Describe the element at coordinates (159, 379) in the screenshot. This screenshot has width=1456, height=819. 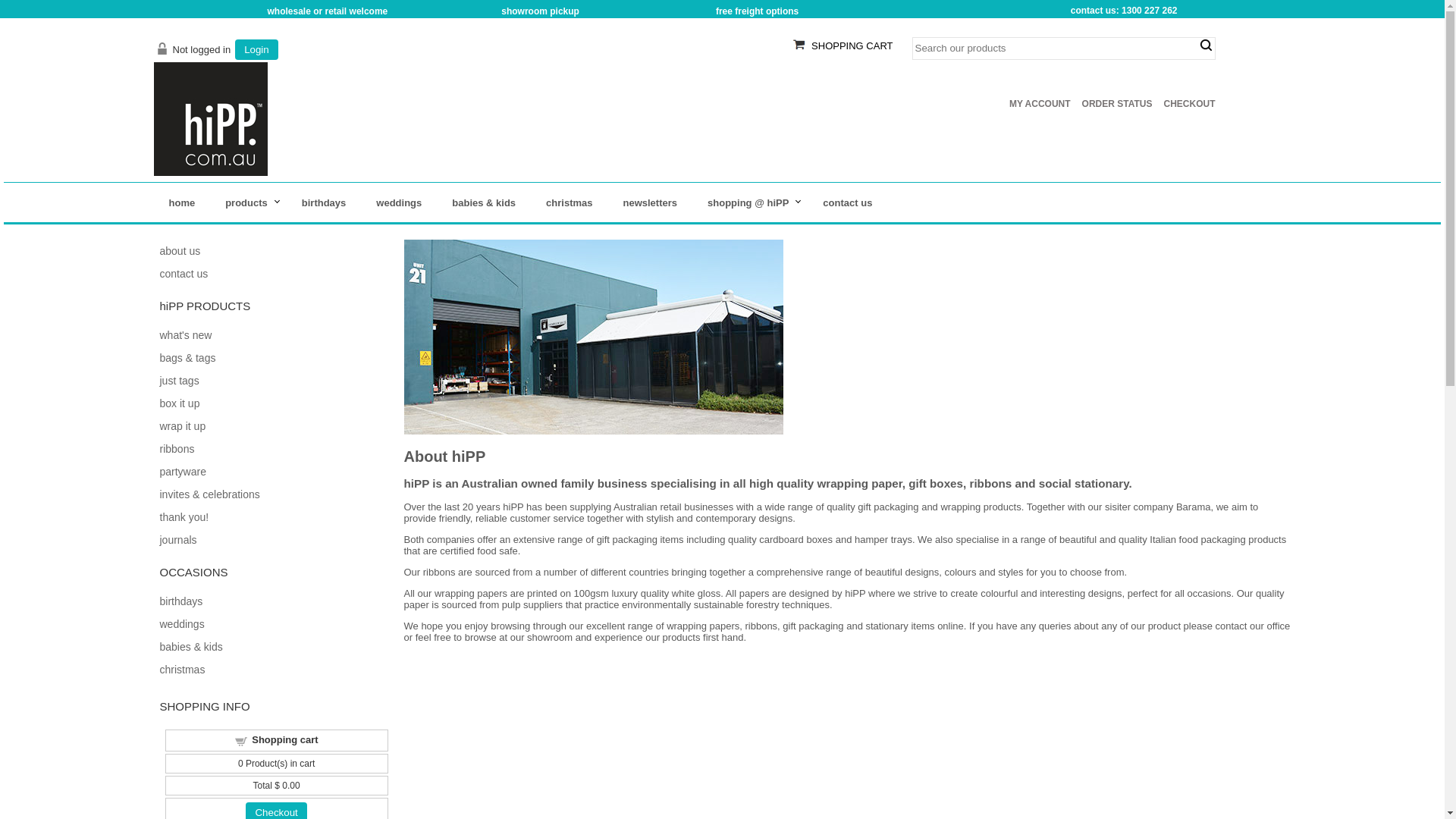
I see `'just tags'` at that location.